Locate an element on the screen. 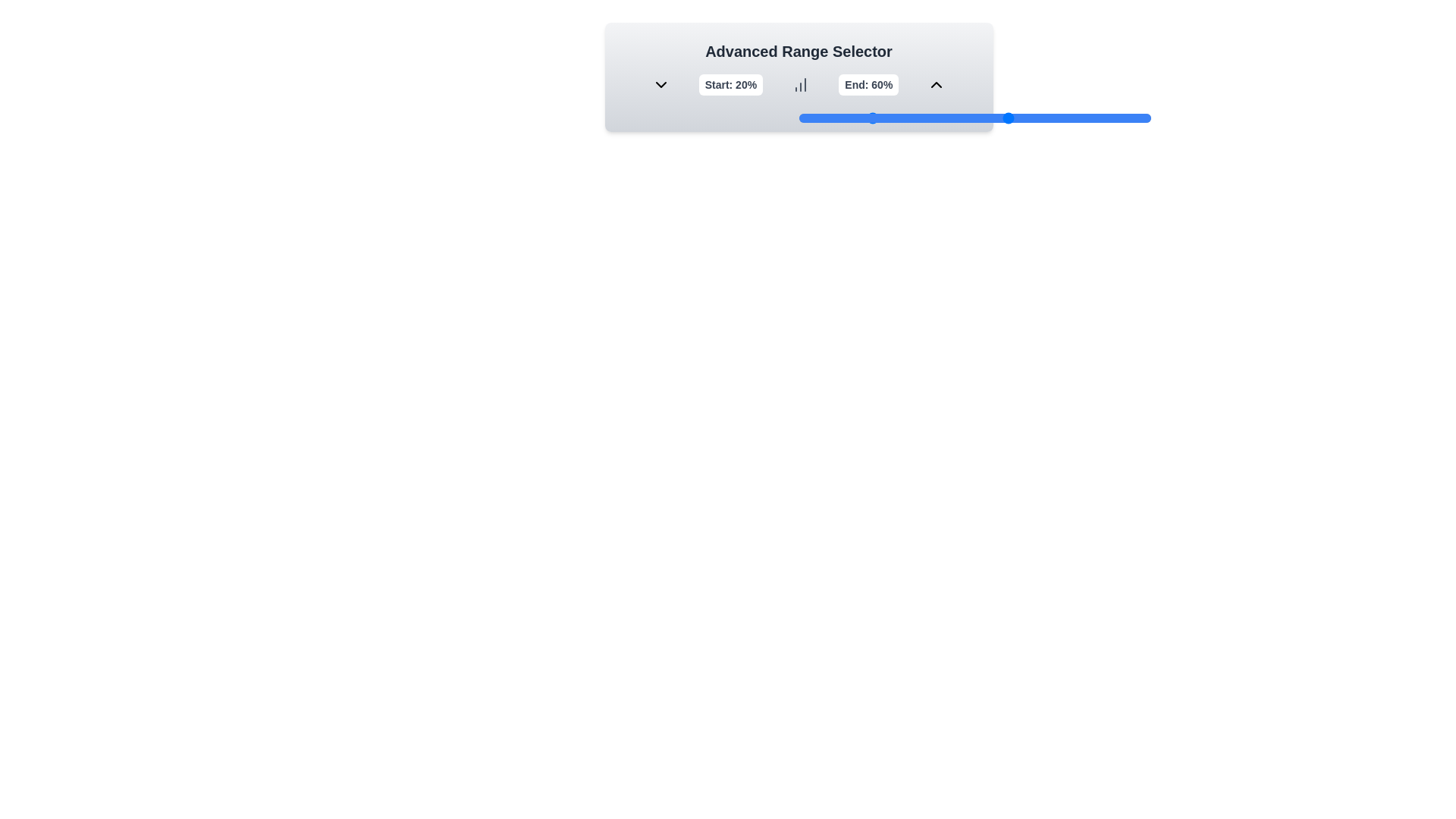 The width and height of the screenshot is (1456, 819). the ChevronUp icon to increase the range end value is located at coordinates (936, 84).